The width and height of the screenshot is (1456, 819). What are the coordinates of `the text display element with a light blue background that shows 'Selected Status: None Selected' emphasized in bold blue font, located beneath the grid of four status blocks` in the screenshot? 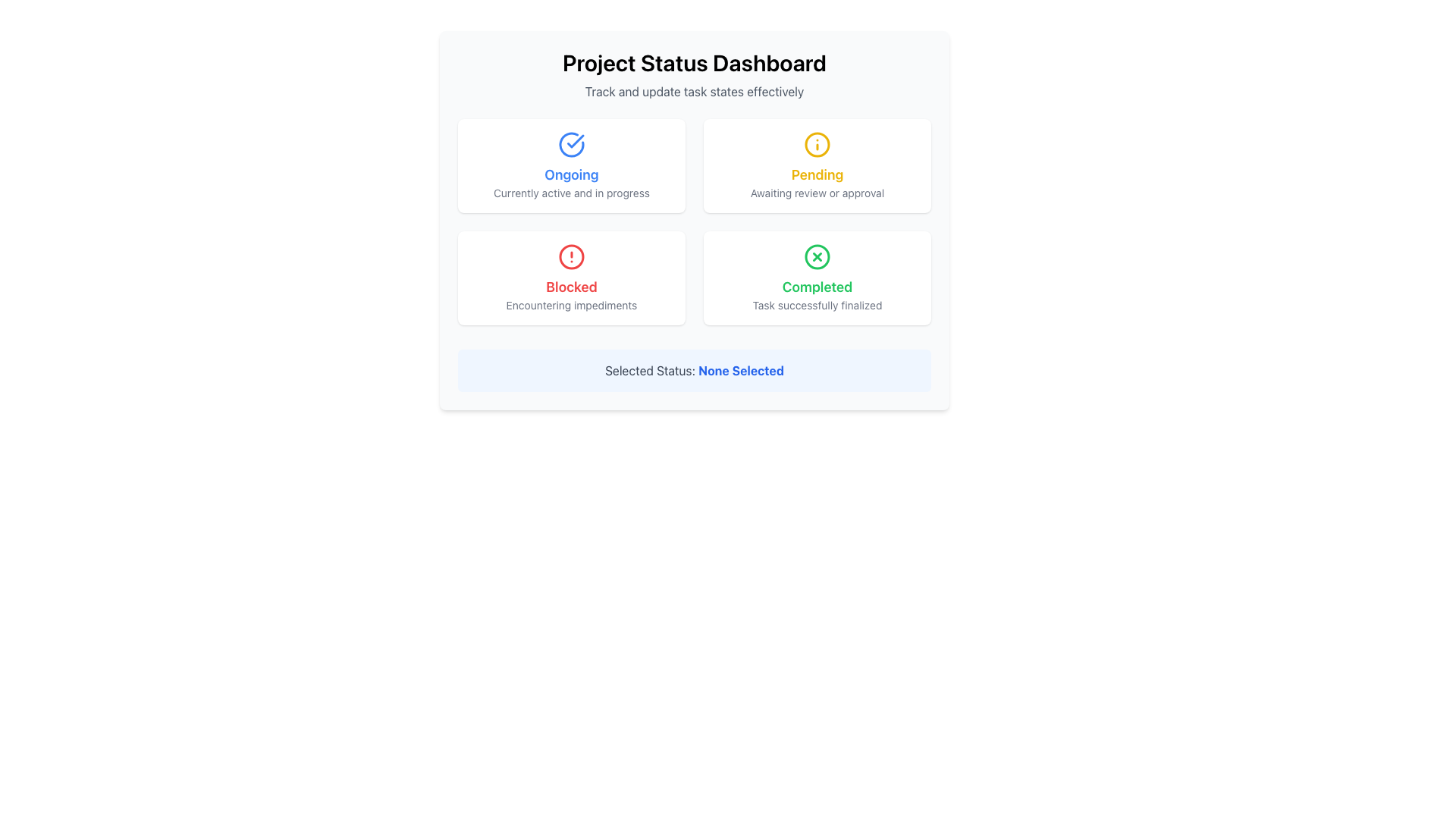 It's located at (694, 371).